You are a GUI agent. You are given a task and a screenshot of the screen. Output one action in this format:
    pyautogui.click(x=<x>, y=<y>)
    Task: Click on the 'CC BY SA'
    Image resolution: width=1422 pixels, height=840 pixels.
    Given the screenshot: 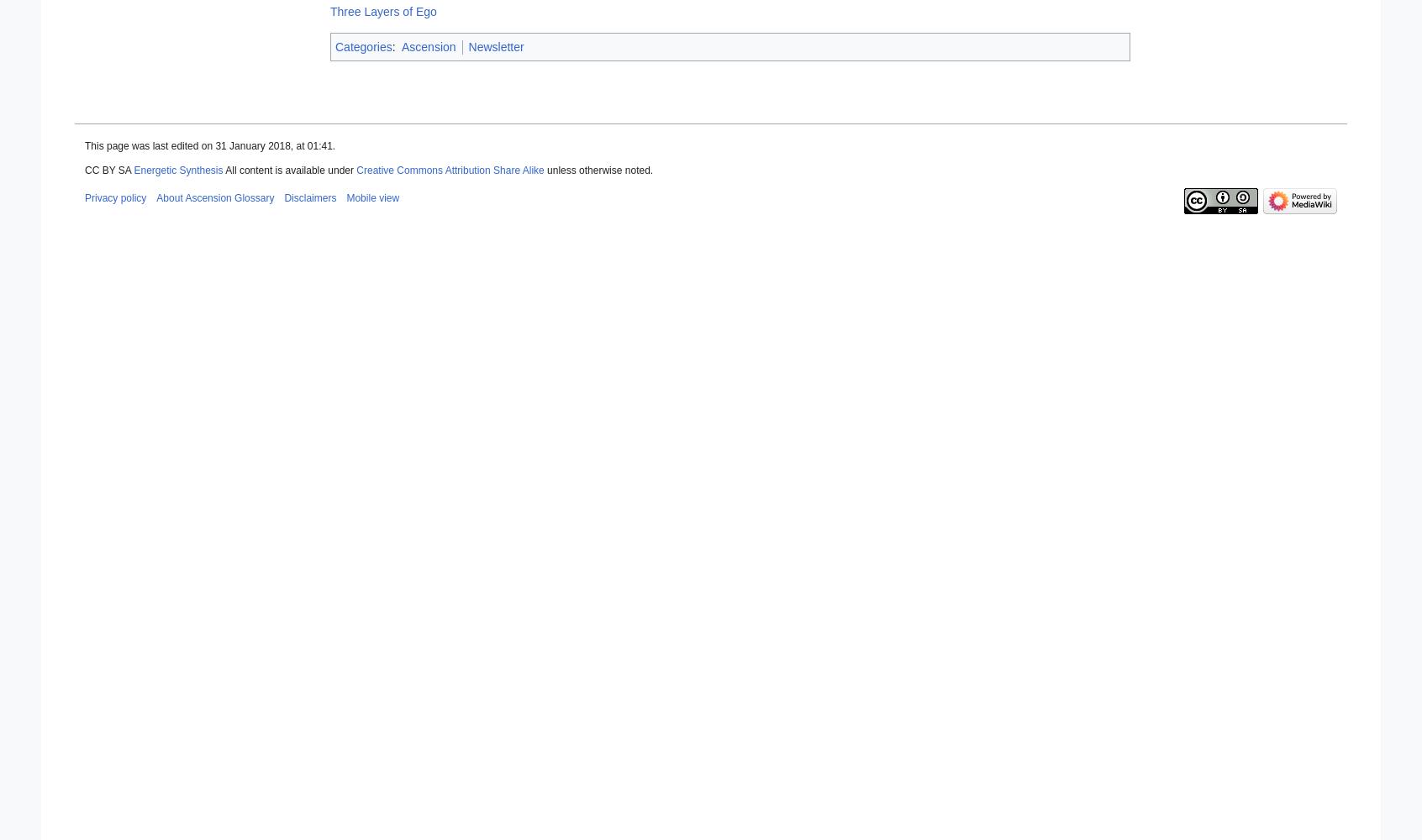 What is the action you would take?
    pyautogui.click(x=108, y=170)
    